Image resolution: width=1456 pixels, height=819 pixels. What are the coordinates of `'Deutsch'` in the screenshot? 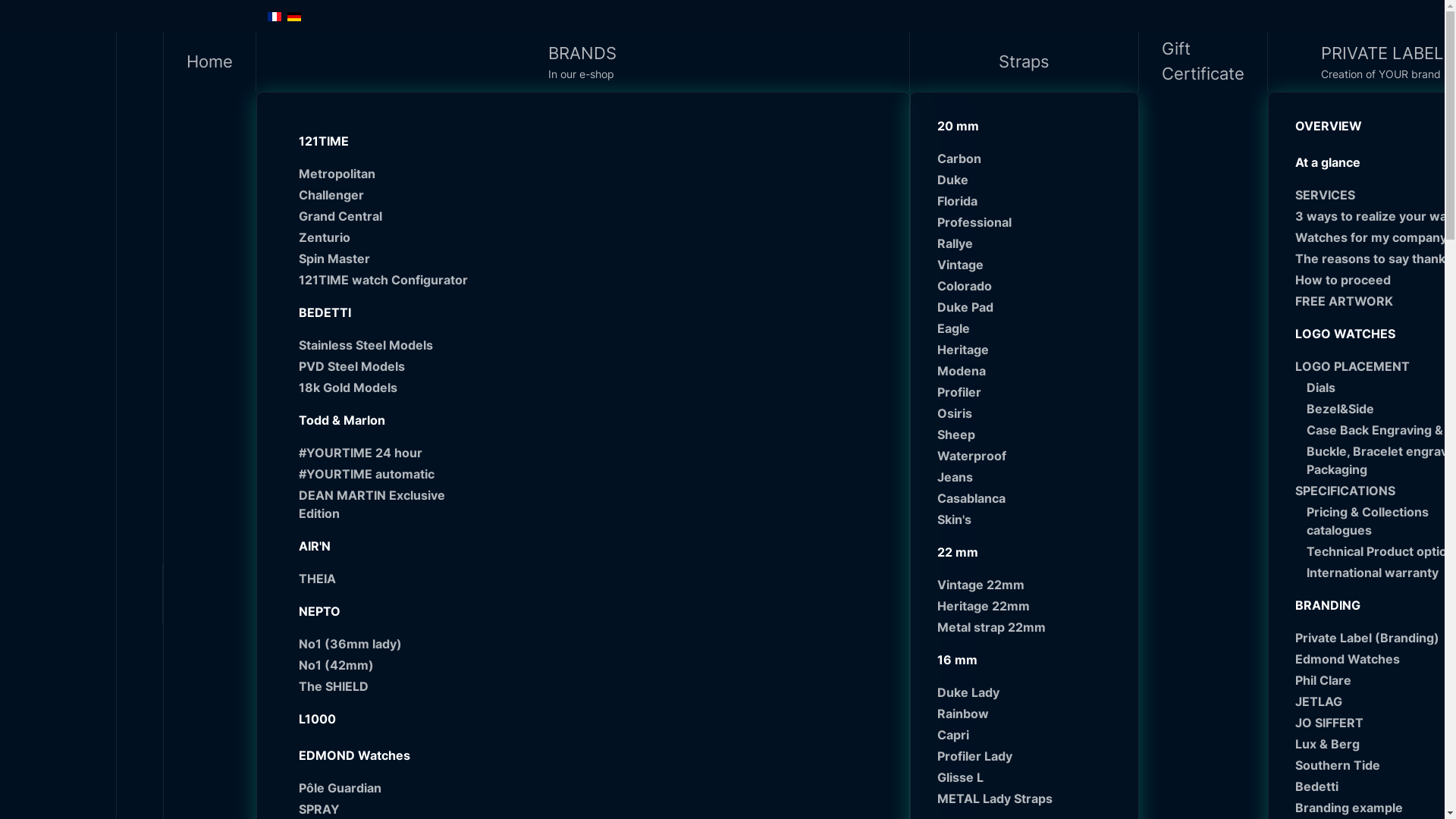 It's located at (293, 17).